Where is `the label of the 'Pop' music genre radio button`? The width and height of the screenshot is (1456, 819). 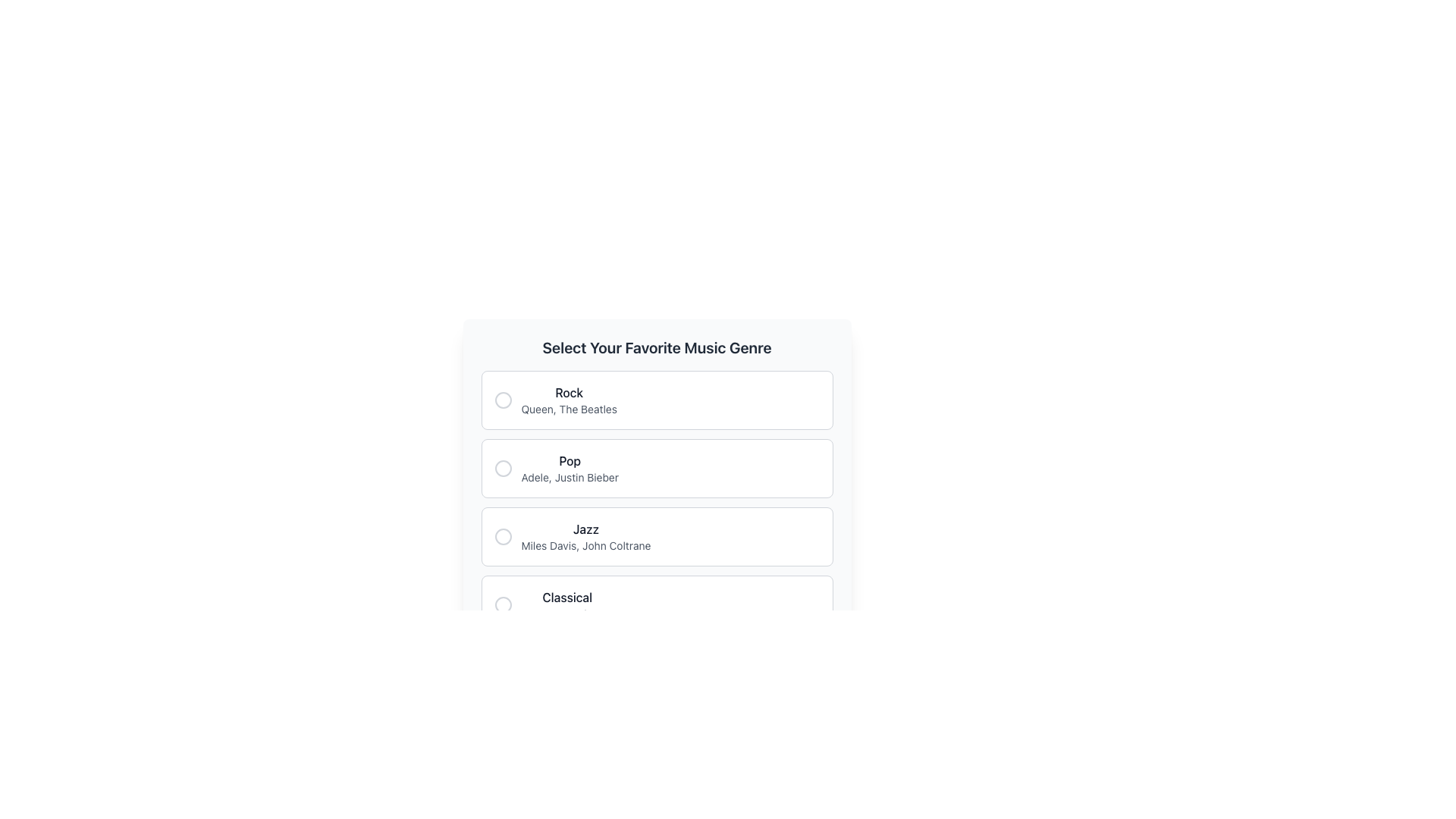 the label of the 'Pop' music genre radio button is located at coordinates (555, 467).